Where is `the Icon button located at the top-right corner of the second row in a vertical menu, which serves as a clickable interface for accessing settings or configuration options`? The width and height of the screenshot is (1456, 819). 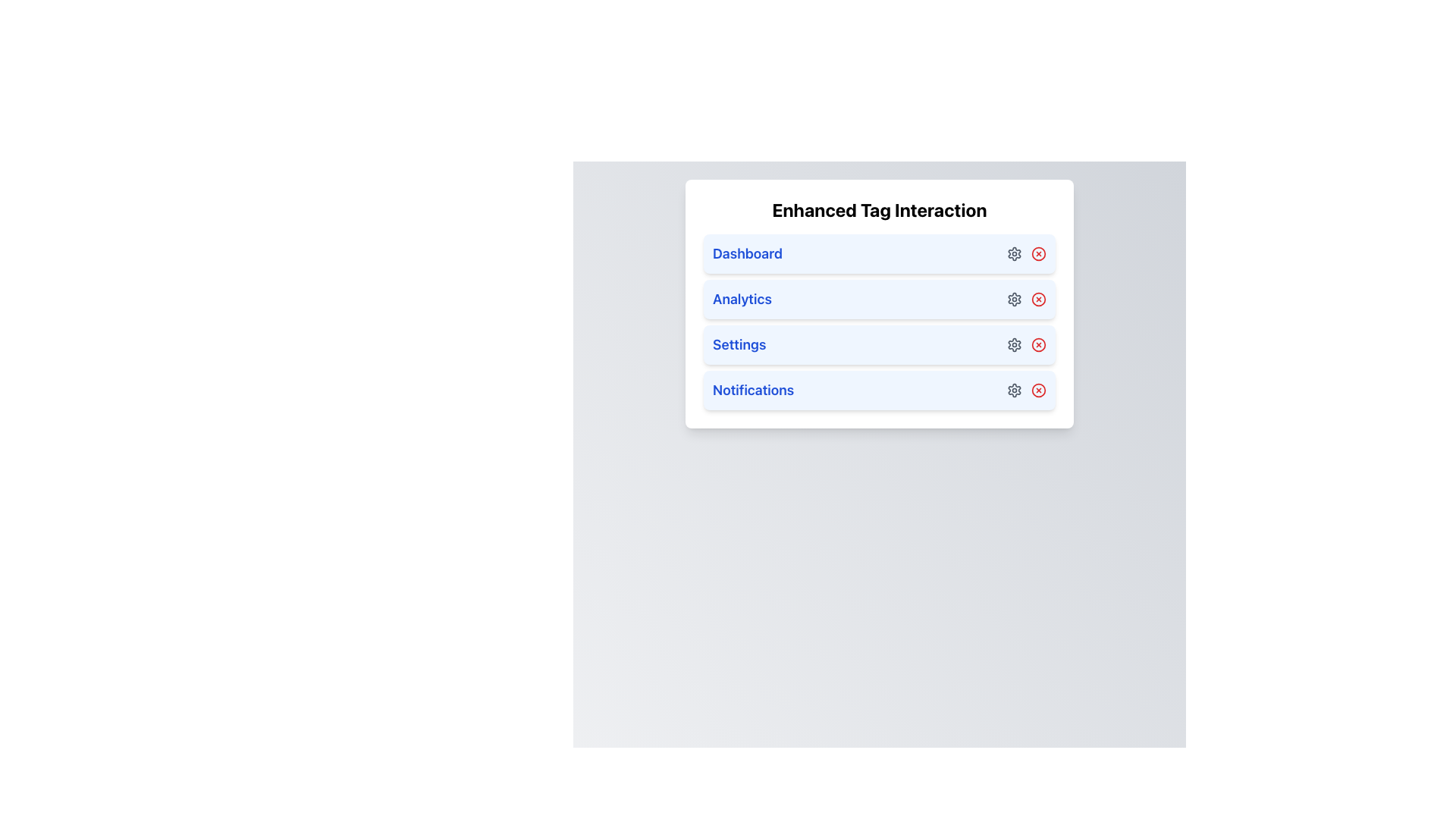 the Icon button located at the top-right corner of the second row in a vertical menu, which serves as a clickable interface for accessing settings or configuration options is located at coordinates (1015, 299).